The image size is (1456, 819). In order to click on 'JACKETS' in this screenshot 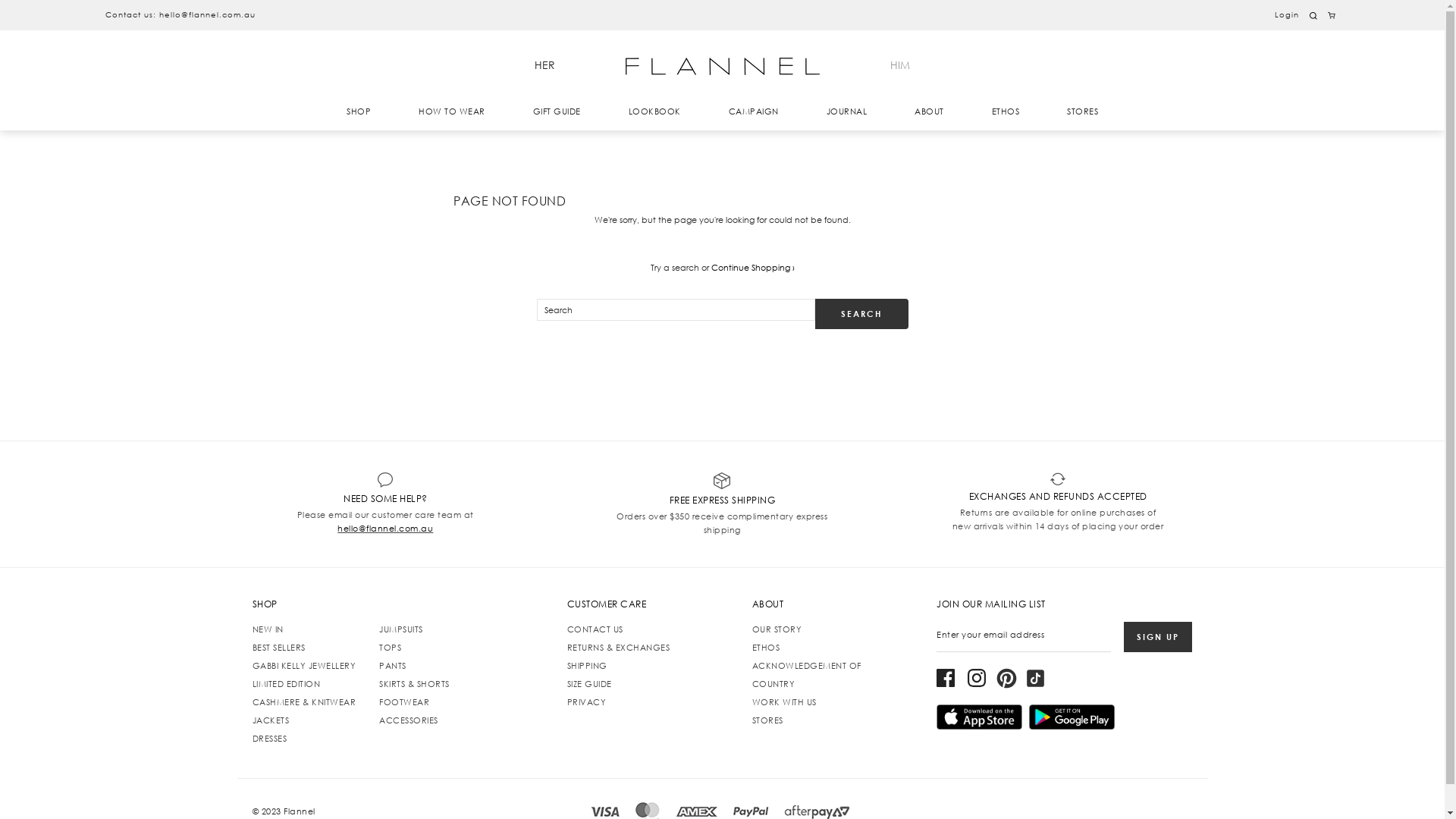, I will do `click(251, 719)`.